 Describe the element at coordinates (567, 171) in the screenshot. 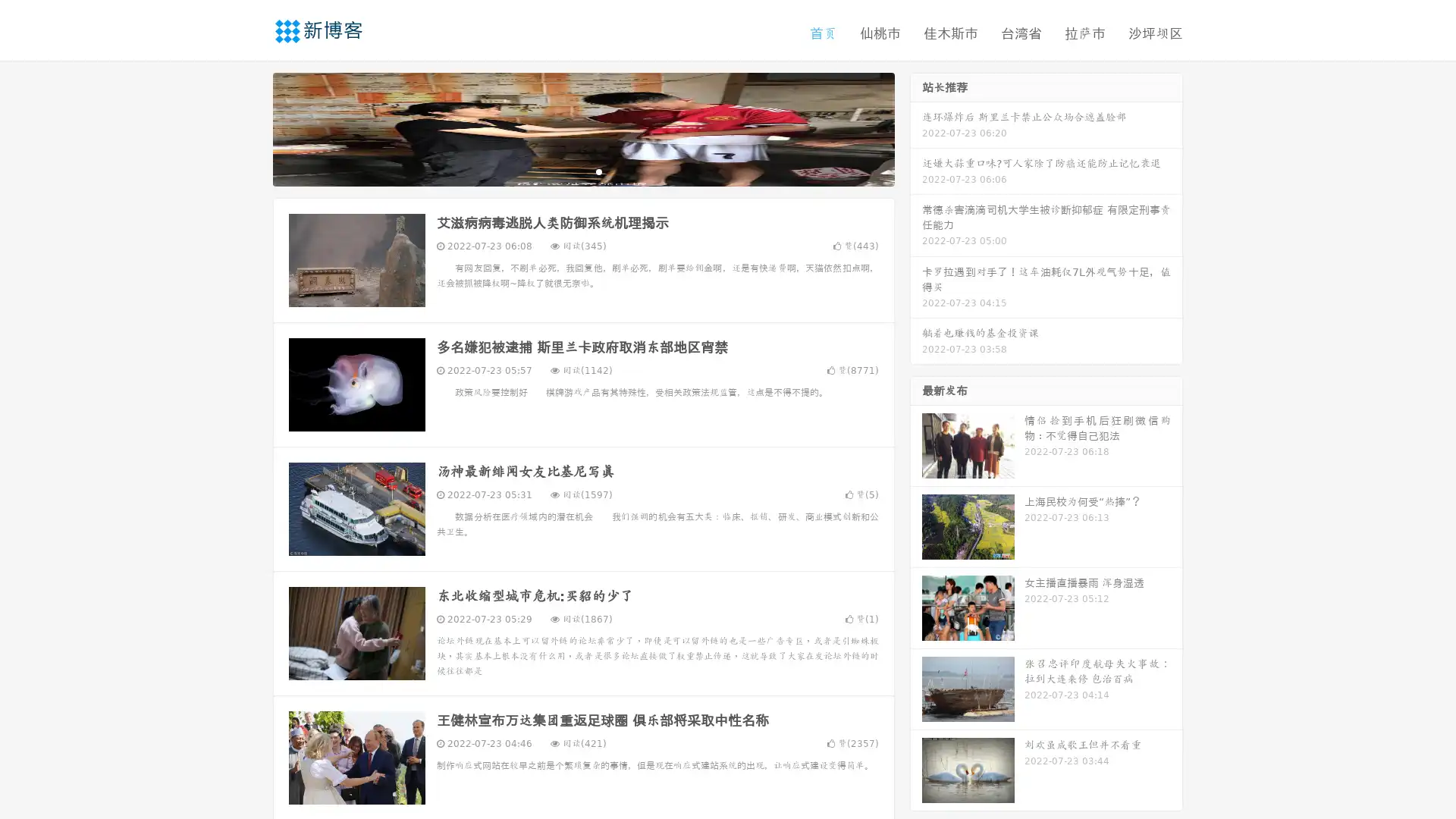

I see `Go to slide 1` at that location.